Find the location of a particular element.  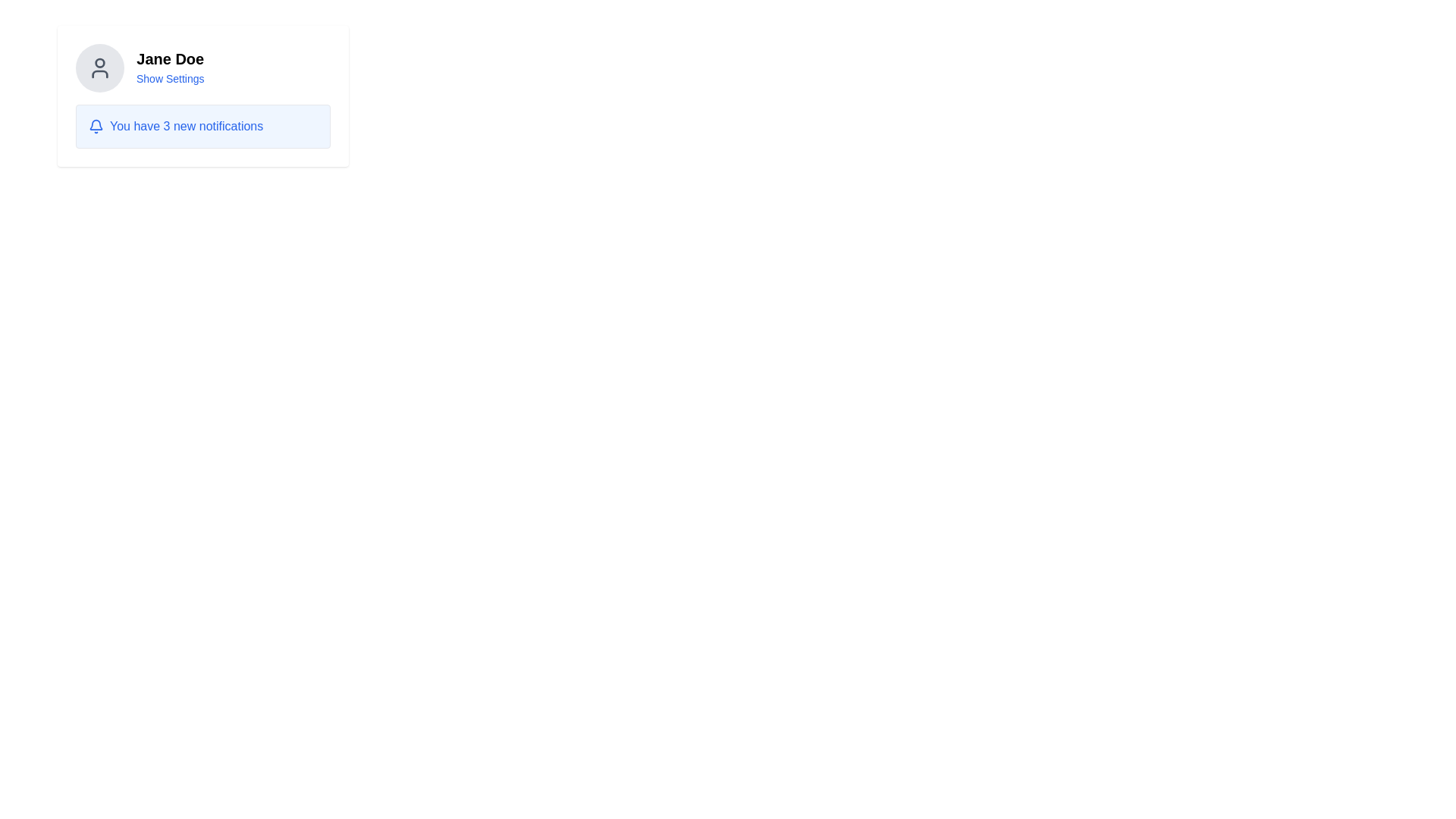

the blue bell icon notification indicator, which is located on the left side of the text 'You have 3 new notifications' in the notification panel is located at coordinates (95, 125).